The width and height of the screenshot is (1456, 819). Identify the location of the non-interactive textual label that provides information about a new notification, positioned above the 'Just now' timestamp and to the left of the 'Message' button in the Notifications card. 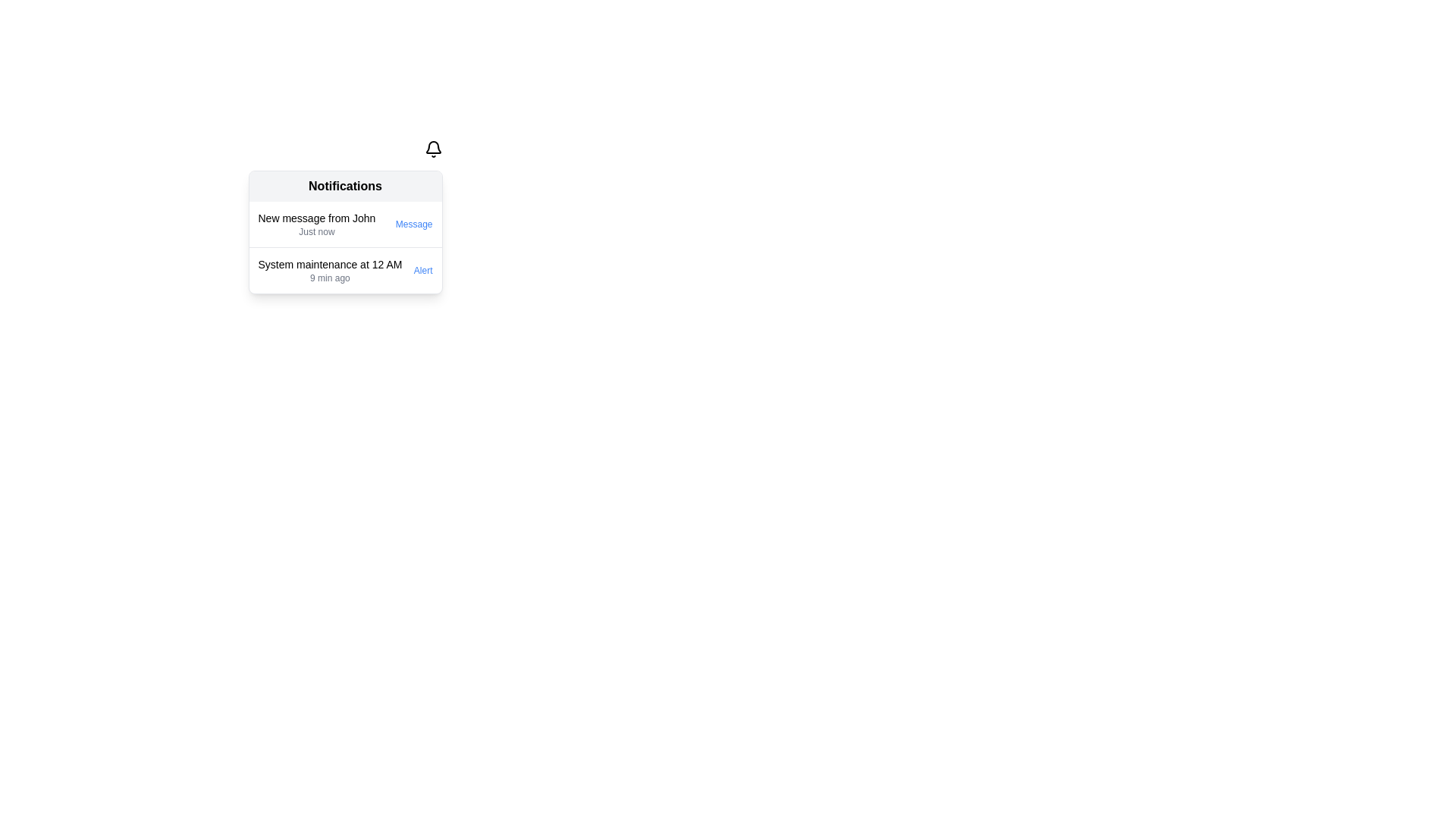
(315, 218).